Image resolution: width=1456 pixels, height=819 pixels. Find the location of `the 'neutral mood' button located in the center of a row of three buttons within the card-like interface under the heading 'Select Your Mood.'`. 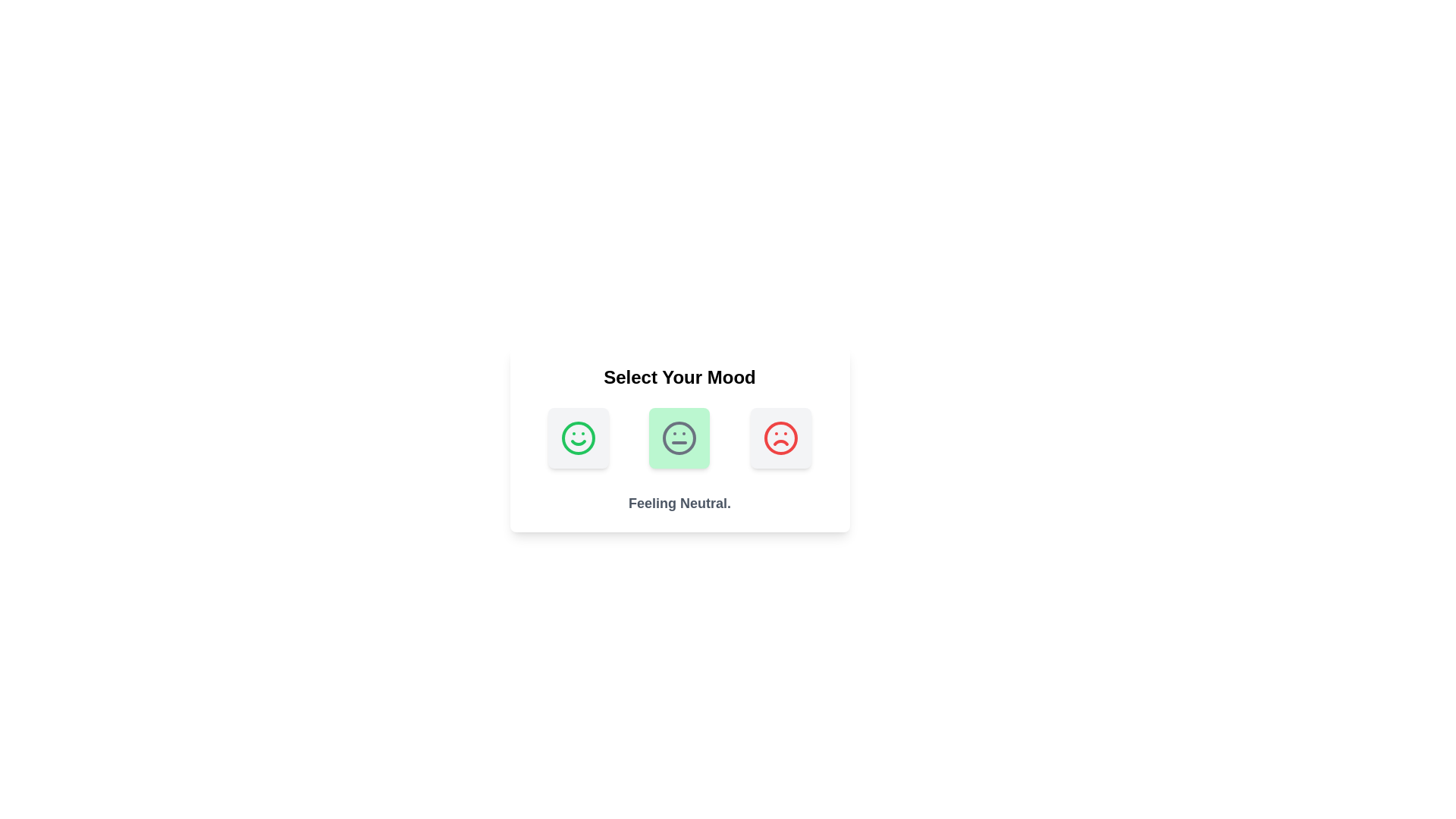

the 'neutral mood' button located in the center of a row of three buttons within the card-like interface under the heading 'Select Your Mood.' is located at coordinates (679, 438).